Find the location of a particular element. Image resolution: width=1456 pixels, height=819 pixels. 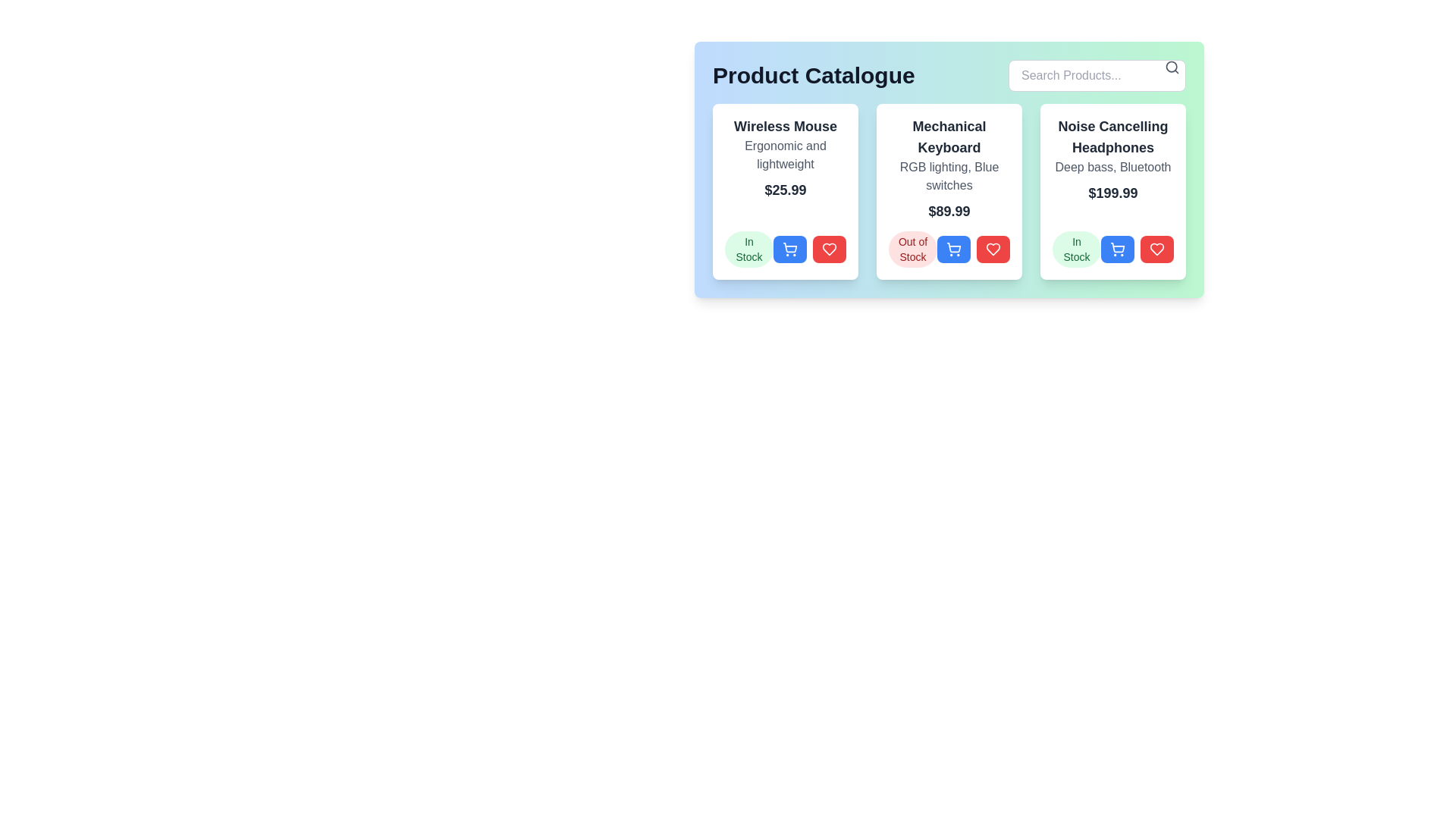

the circular component of the magnifying glass icon located in the top-right corner of the interface, adjacent to the search bar is located at coordinates (1171, 66).